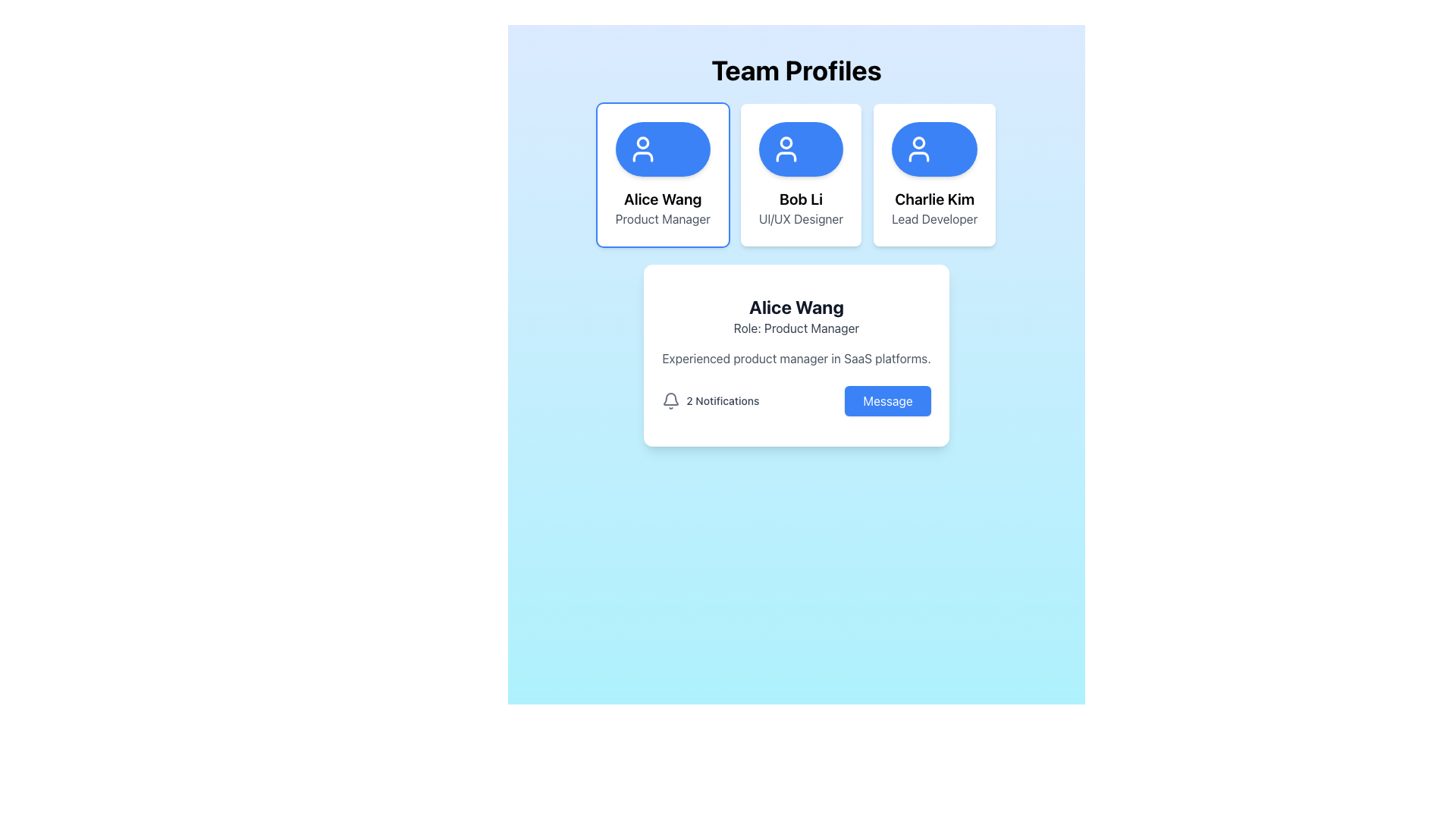 The image size is (1456, 819). What do you see at coordinates (918, 149) in the screenshot?
I see `the profile picture icon representing 'Charlie Kim' located in the third card under 'Team Profiles'` at bounding box center [918, 149].